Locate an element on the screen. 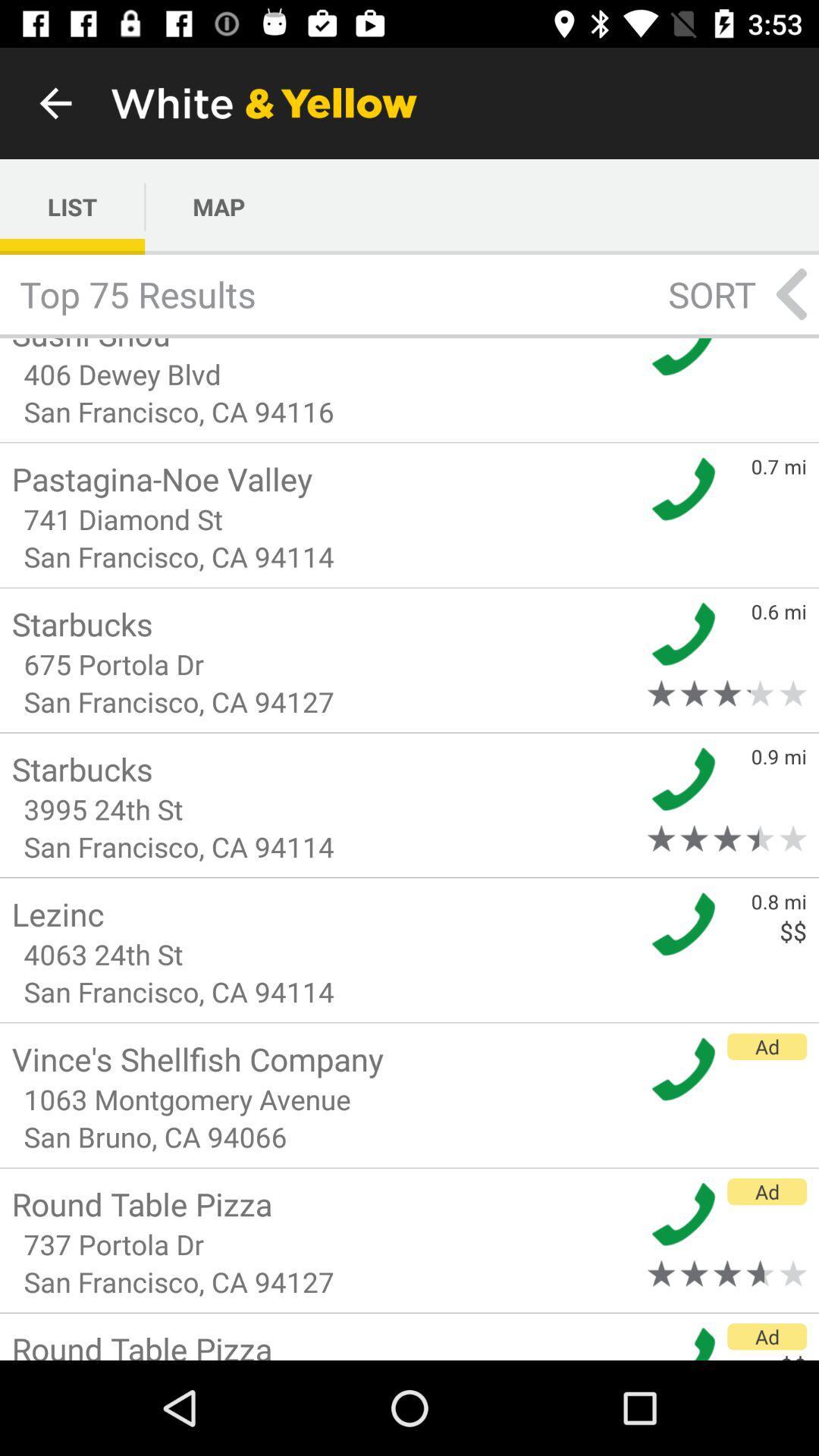  the arrow_backward icon is located at coordinates (791, 294).